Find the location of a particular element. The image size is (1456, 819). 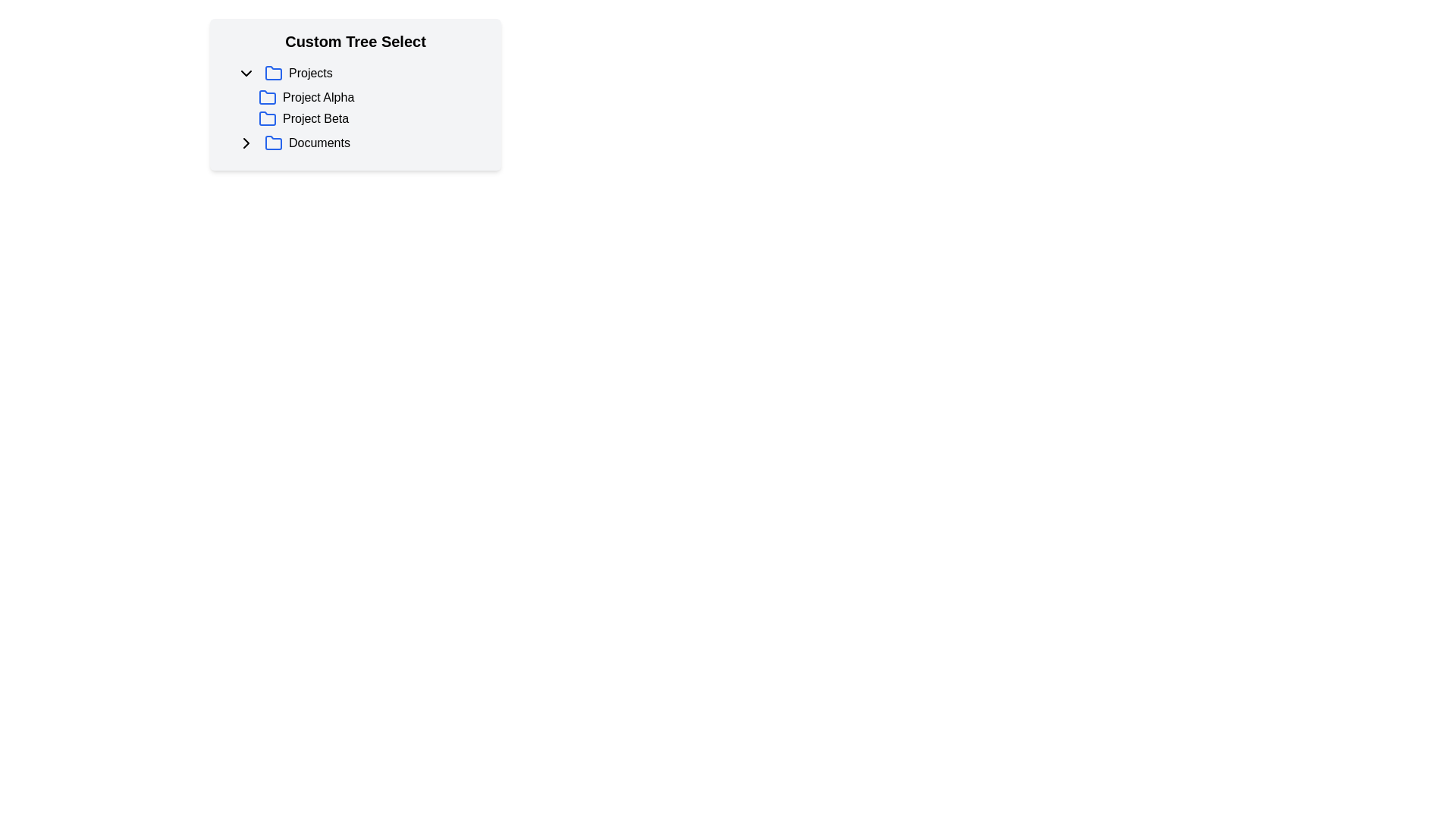

the blue folder icon located to the left of the text 'Documents' in a modern minimalistic design is located at coordinates (273, 143).